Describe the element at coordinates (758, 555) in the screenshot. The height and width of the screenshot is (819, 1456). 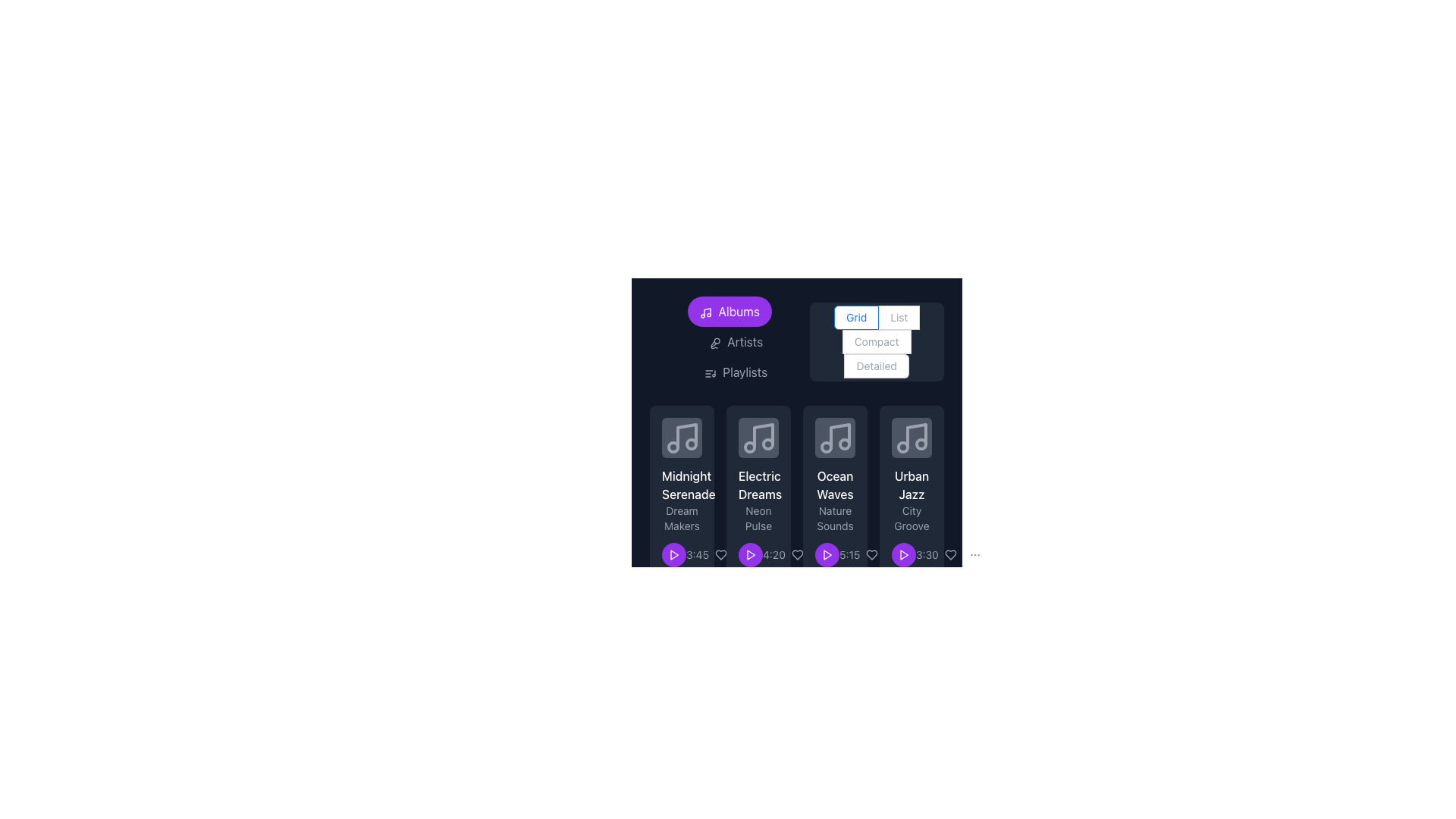
I see `the static text label displaying '4:20' in gray color, which is located next to the purple play button on the 'Electric Dreams' card` at that location.